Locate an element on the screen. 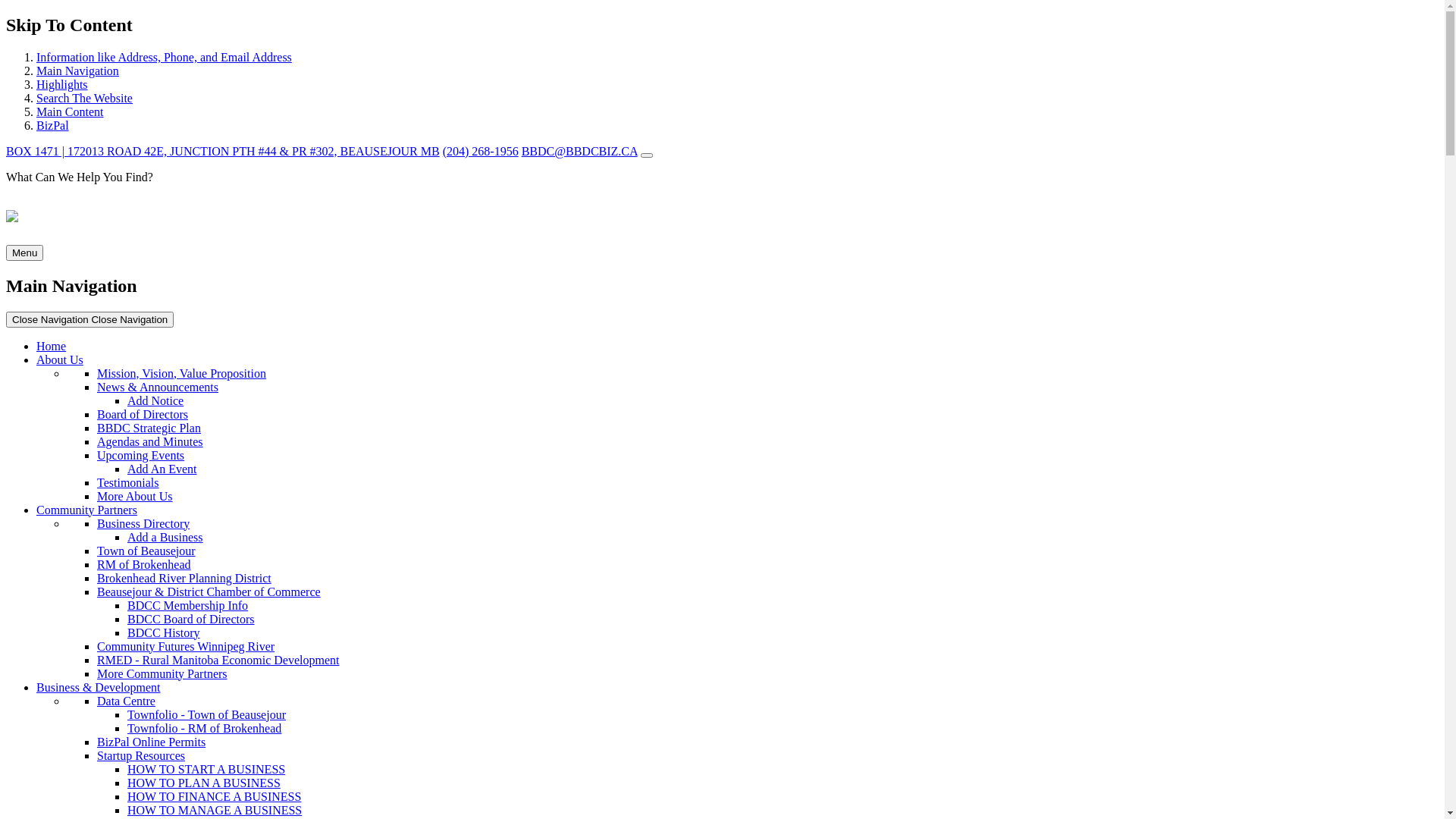 The height and width of the screenshot is (819, 1456). 'HOW TO START A BUSINESS' is located at coordinates (206, 769).